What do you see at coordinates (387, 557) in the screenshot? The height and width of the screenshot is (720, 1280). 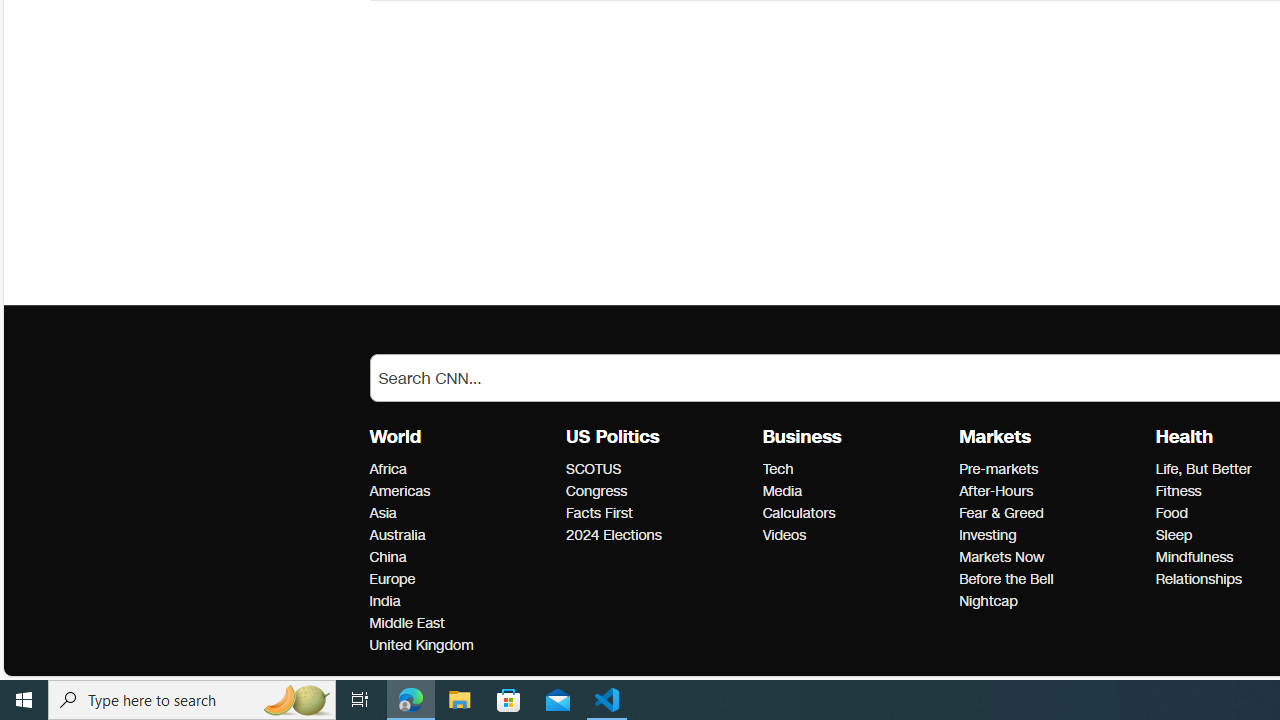 I see `'World China'` at bounding box center [387, 557].